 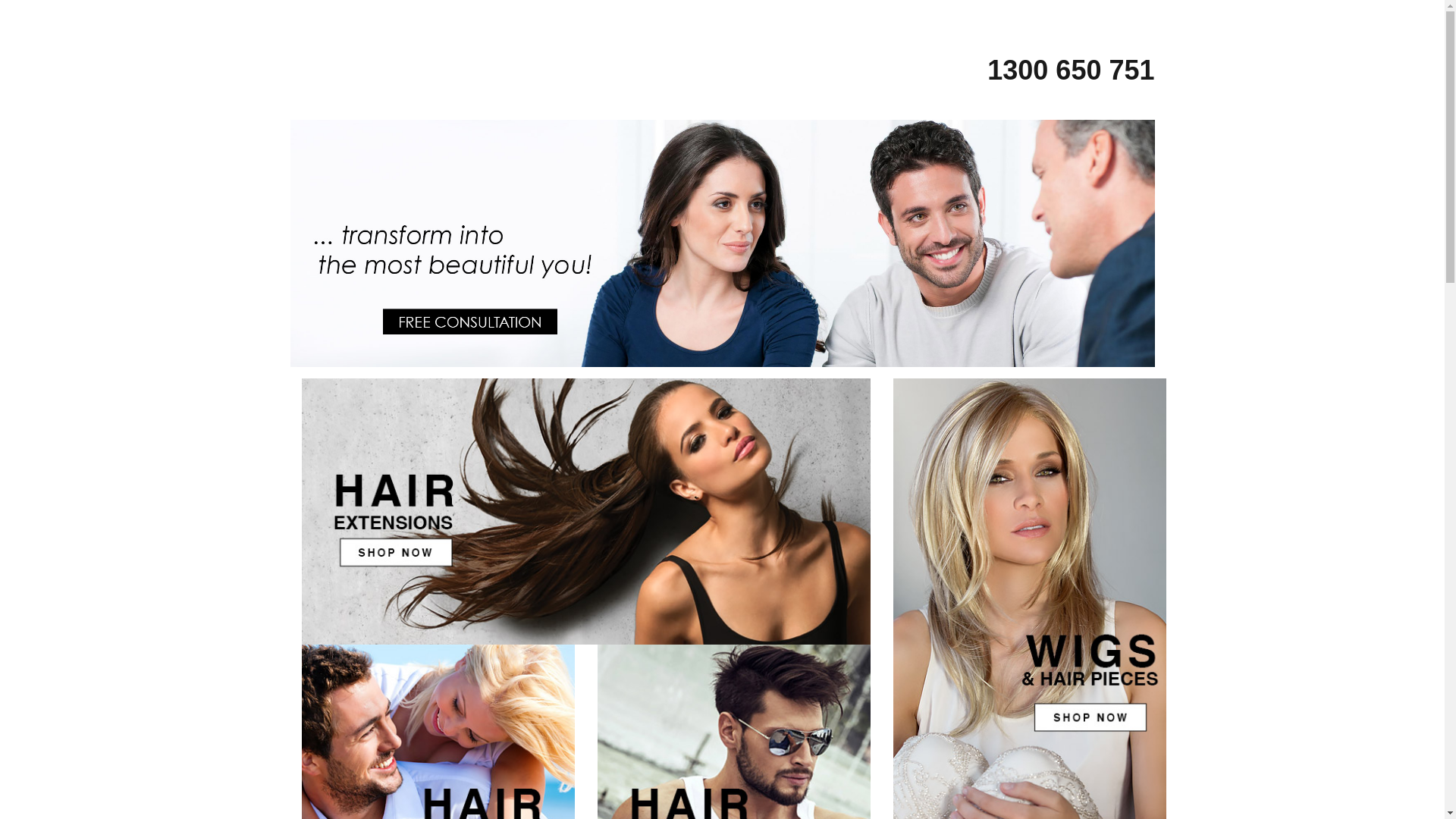 What do you see at coordinates (1055, 69) in the screenshot?
I see `'1300 650 751'` at bounding box center [1055, 69].